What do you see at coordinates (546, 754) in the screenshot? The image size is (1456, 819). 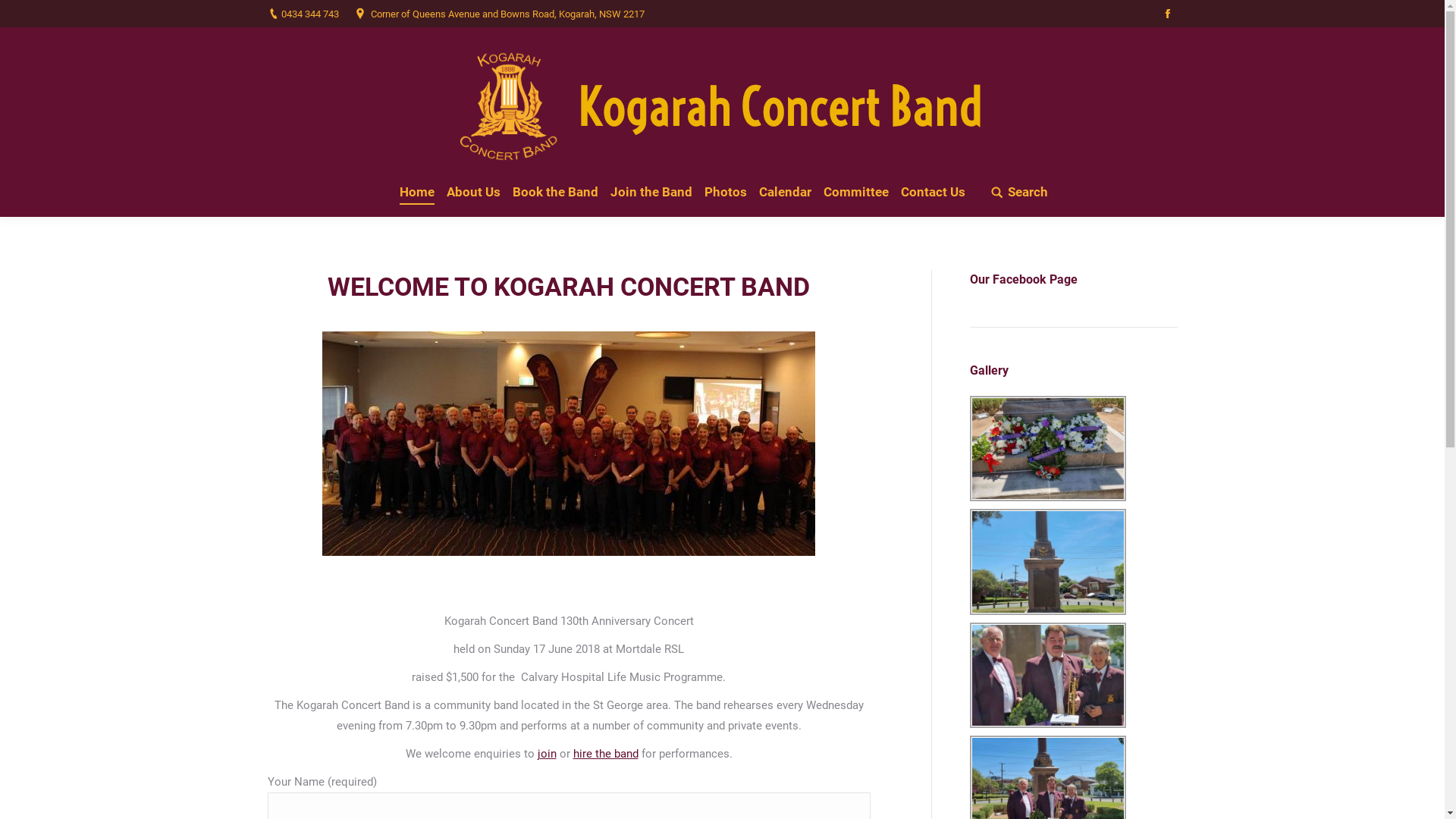 I see `'join'` at bounding box center [546, 754].